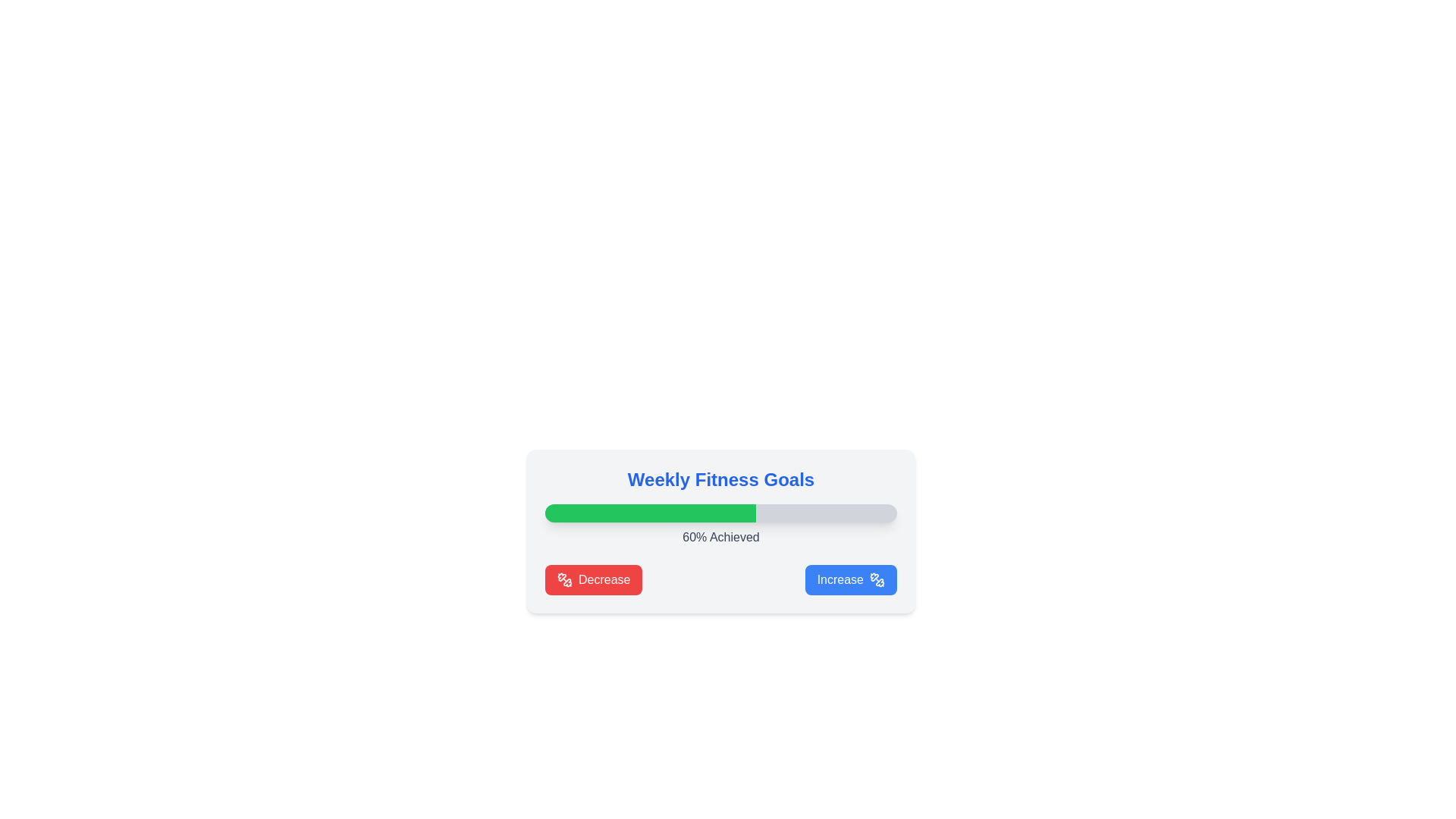 This screenshot has width=1456, height=819. I want to click on the text label that serves as a header for the weekly fitness goals panel, which is located above the progress bar displaying '60% Achieved', so click(720, 479).